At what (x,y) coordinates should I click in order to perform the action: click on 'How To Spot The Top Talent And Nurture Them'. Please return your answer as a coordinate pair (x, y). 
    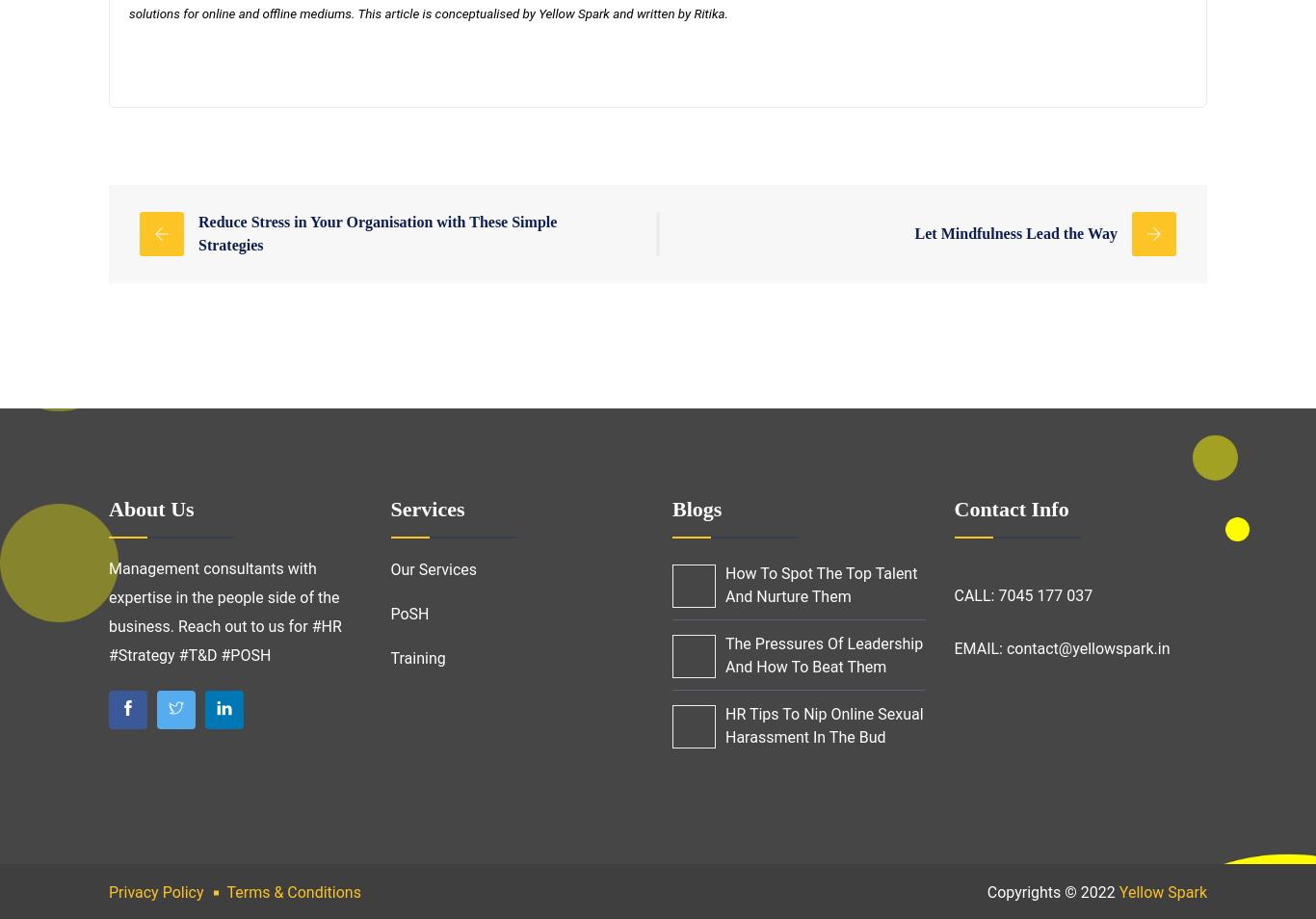
    Looking at the image, I should click on (820, 584).